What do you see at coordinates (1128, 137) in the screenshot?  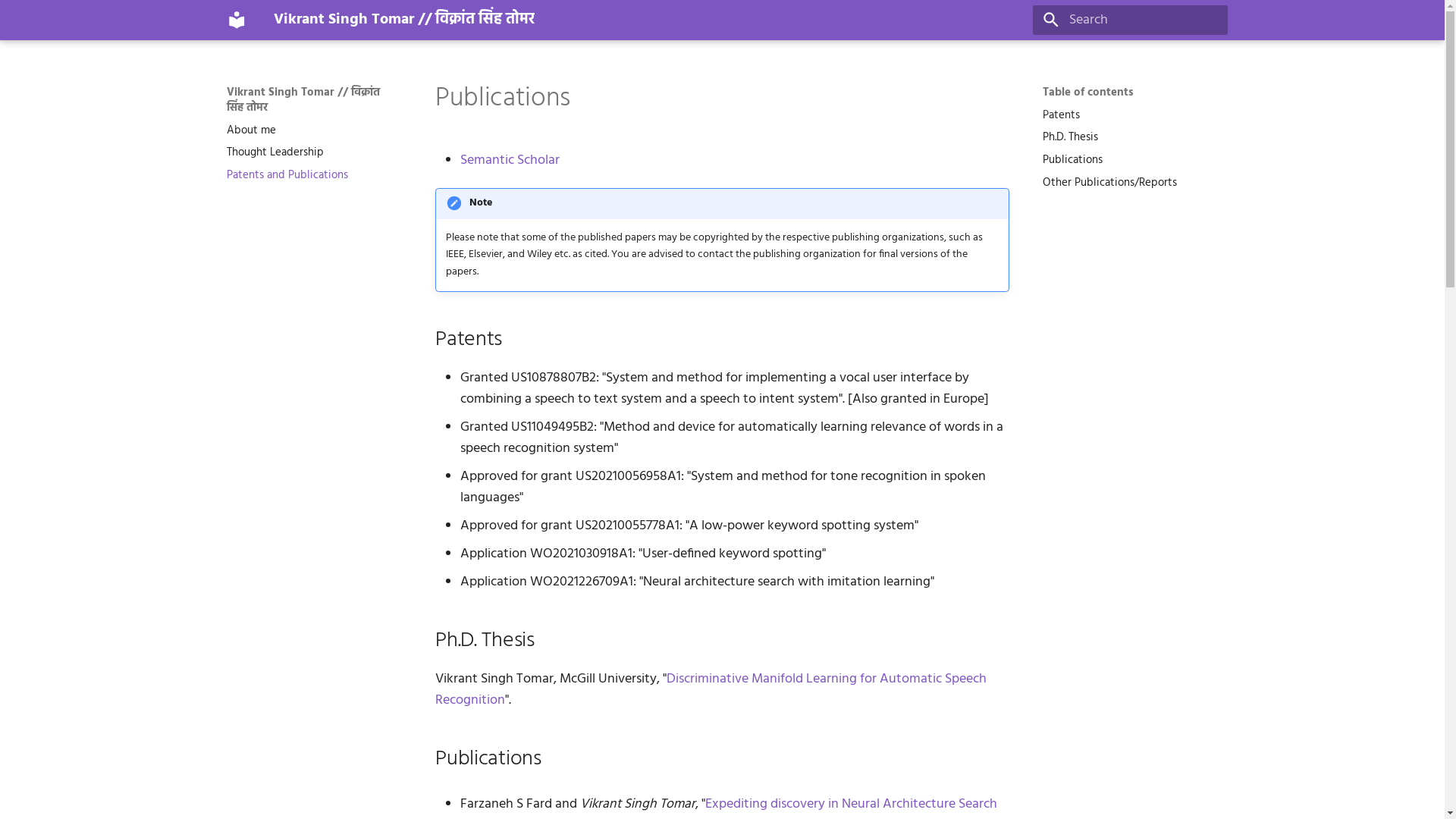 I see `'Ph.D. Thesis'` at bounding box center [1128, 137].